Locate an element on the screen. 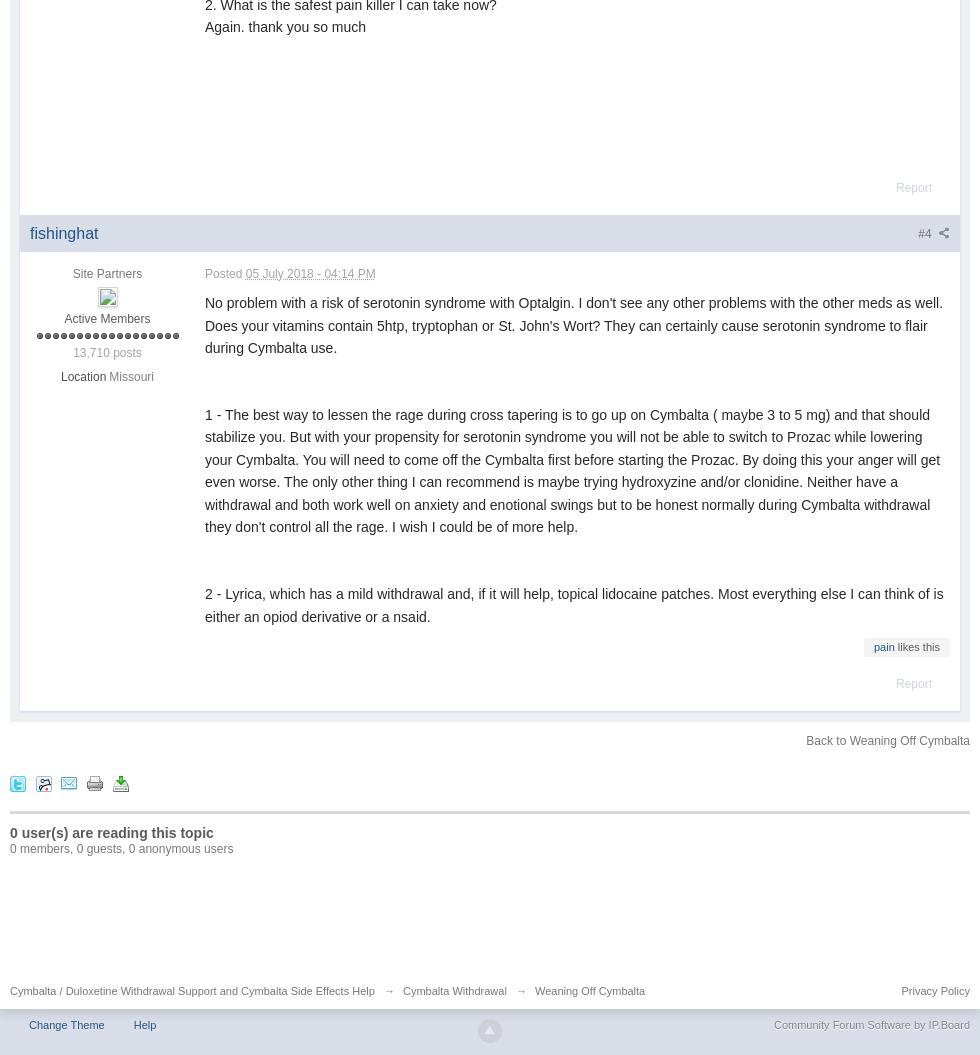 The image size is (980, 1055). '0 user(s) are reading this topic' is located at coordinates (111, 833).